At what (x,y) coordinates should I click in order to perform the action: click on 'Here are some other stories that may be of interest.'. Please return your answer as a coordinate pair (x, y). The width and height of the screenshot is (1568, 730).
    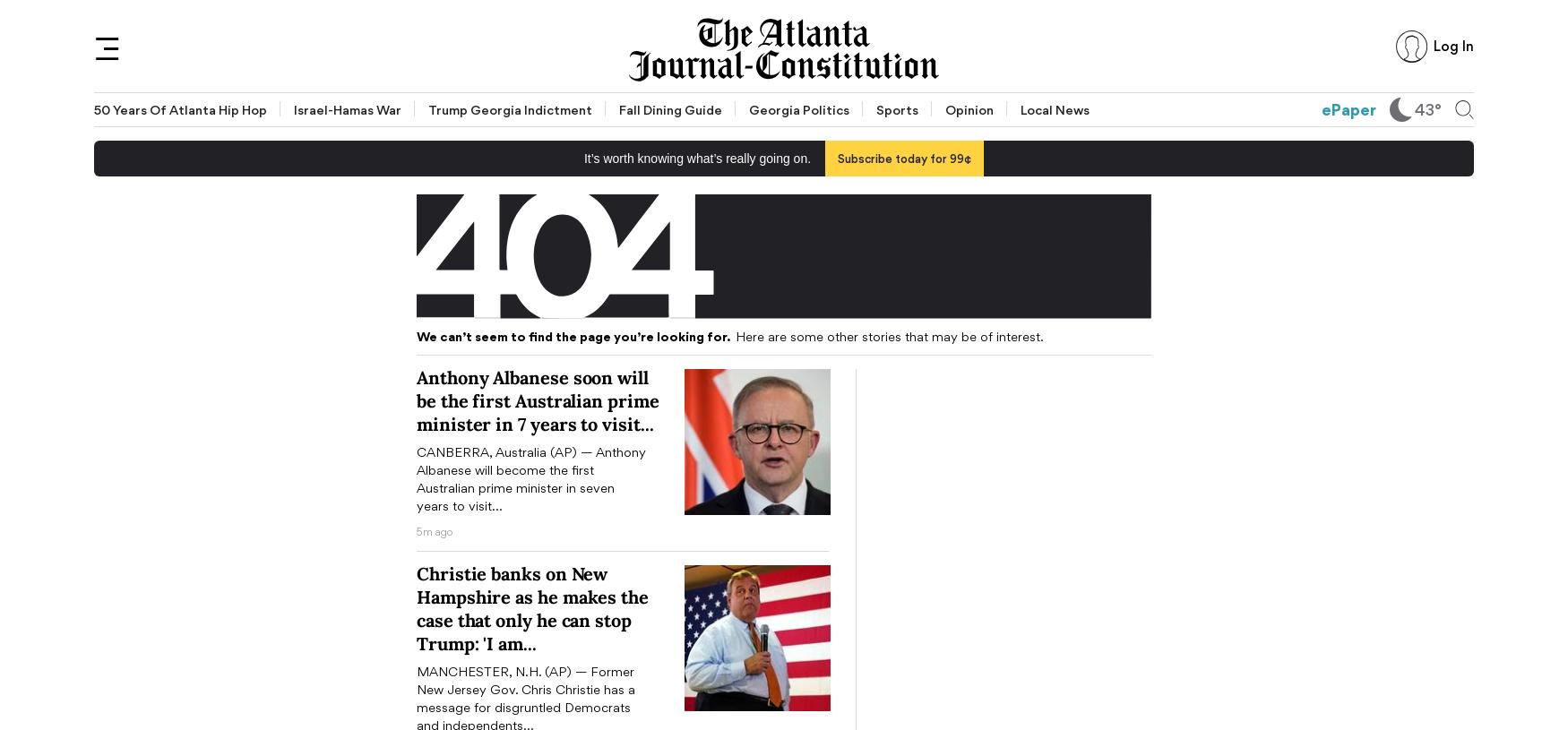
    Looking at the image, I should click on (732, 335).